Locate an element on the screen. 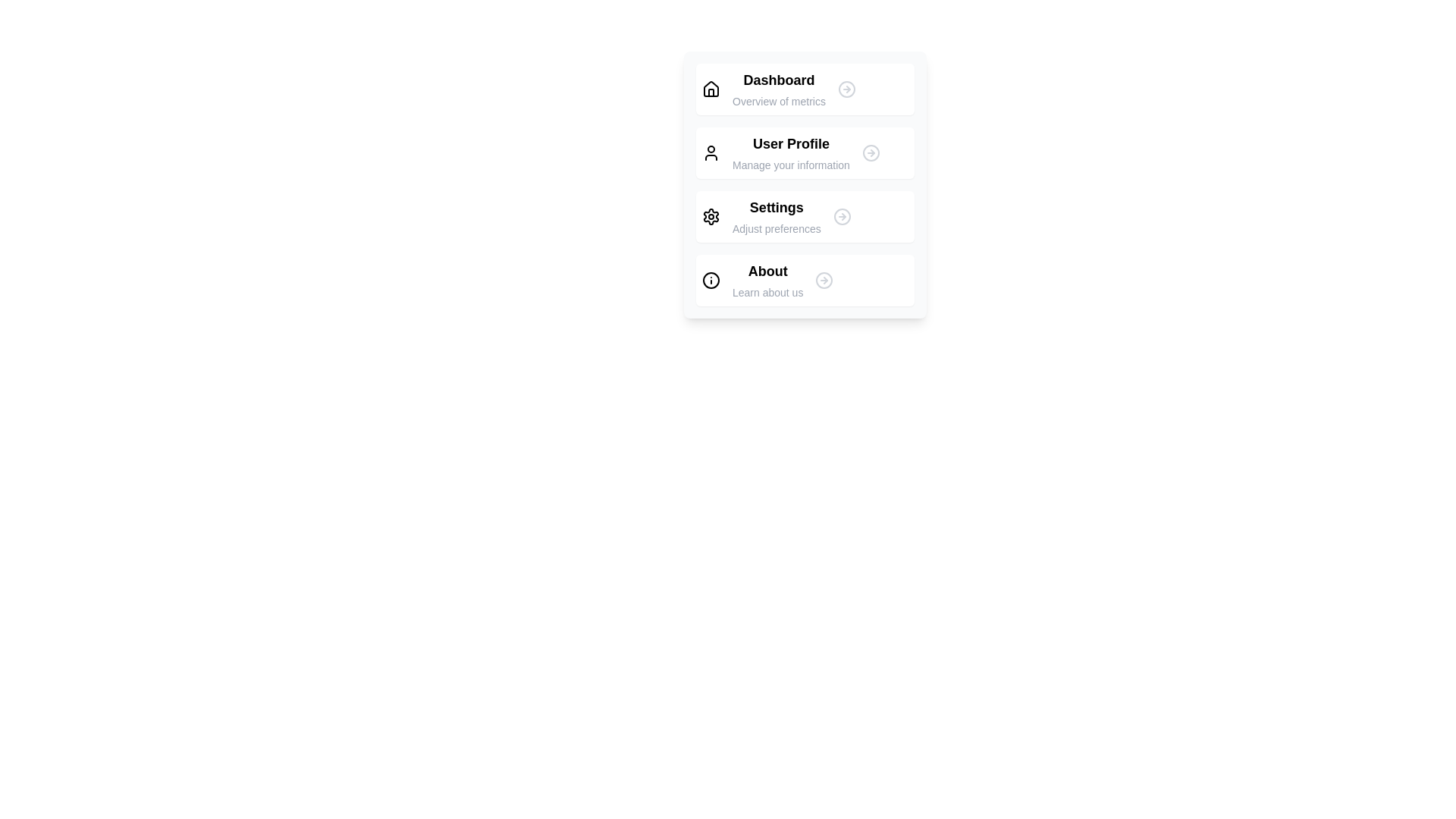 This screenshot has height=819, width=1456. textual information from the Text label with subtitle that displays 'Dashboard' and 'Overview of metrics', located at the top-center of the list is located at coordinates (779, 89).